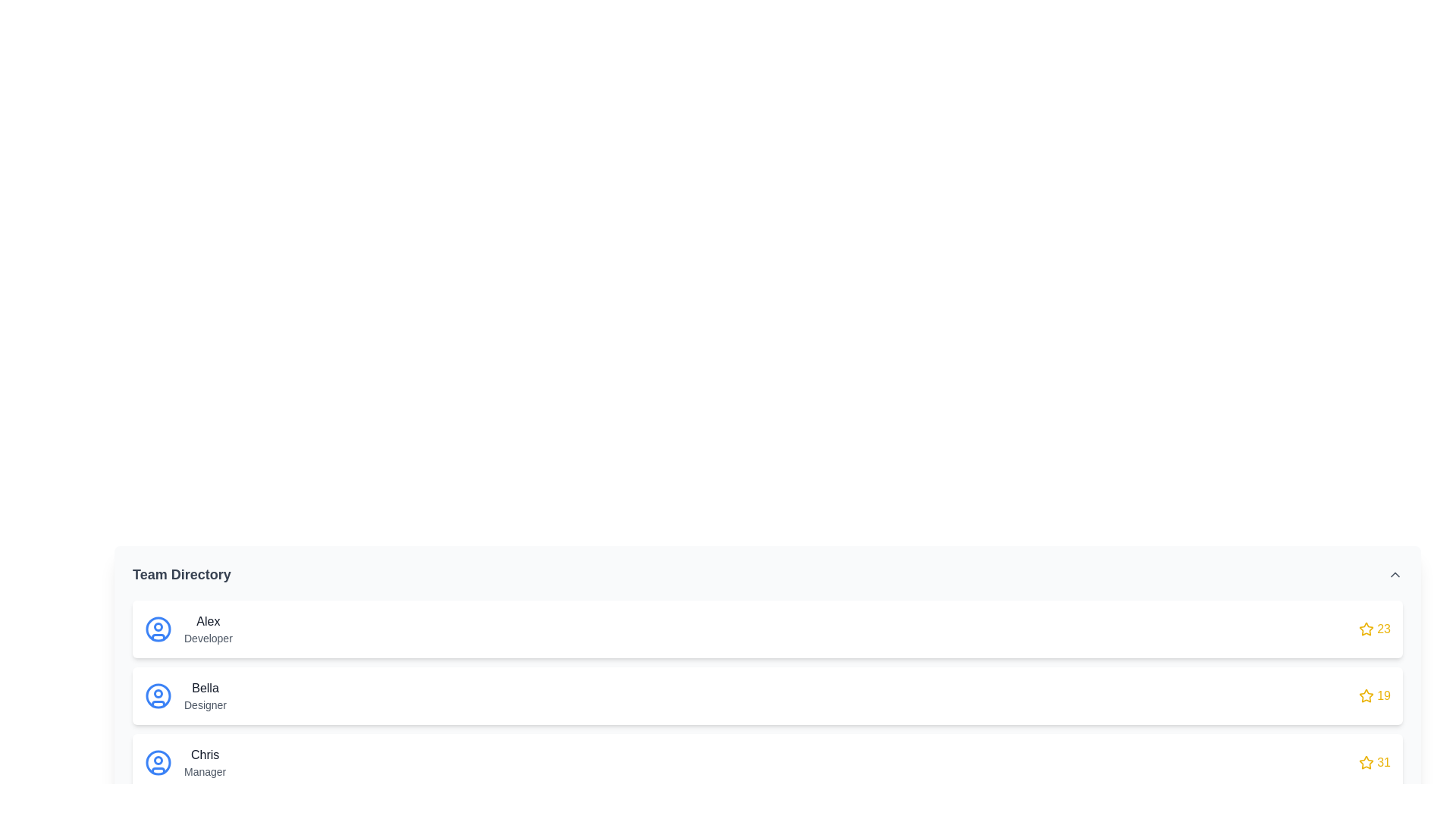  Describe the element at coordinates (204, 755) in the screenshot. I see `the text label displaying the name 'Chris' located in the third card of the team member profiles, positioned above 'Manager' and below the profile icon` at that location.